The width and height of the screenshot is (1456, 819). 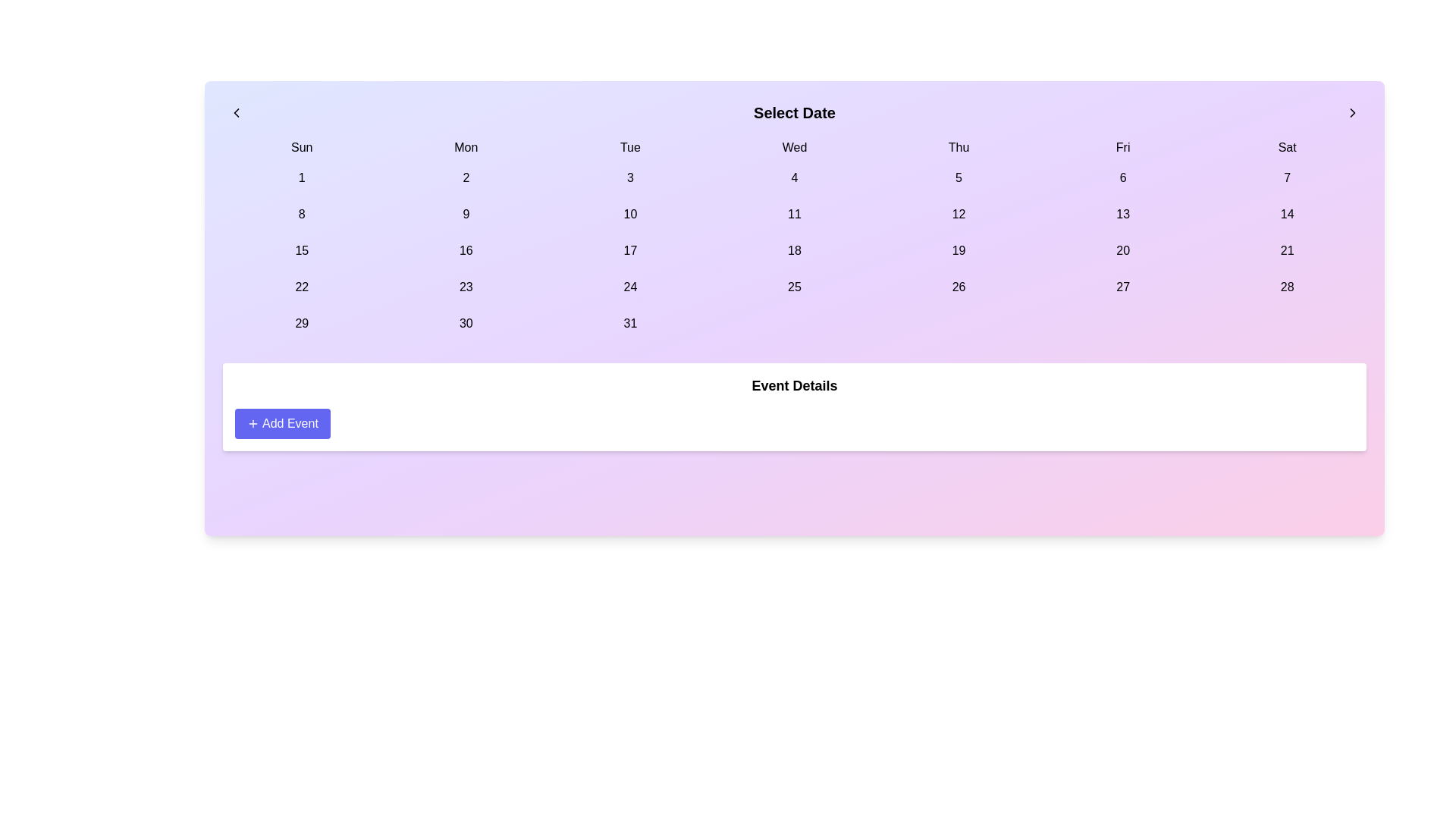 I want to click on the button that selects the 2nd day in the calendar view to change its background color, so click(x=465, y=177).